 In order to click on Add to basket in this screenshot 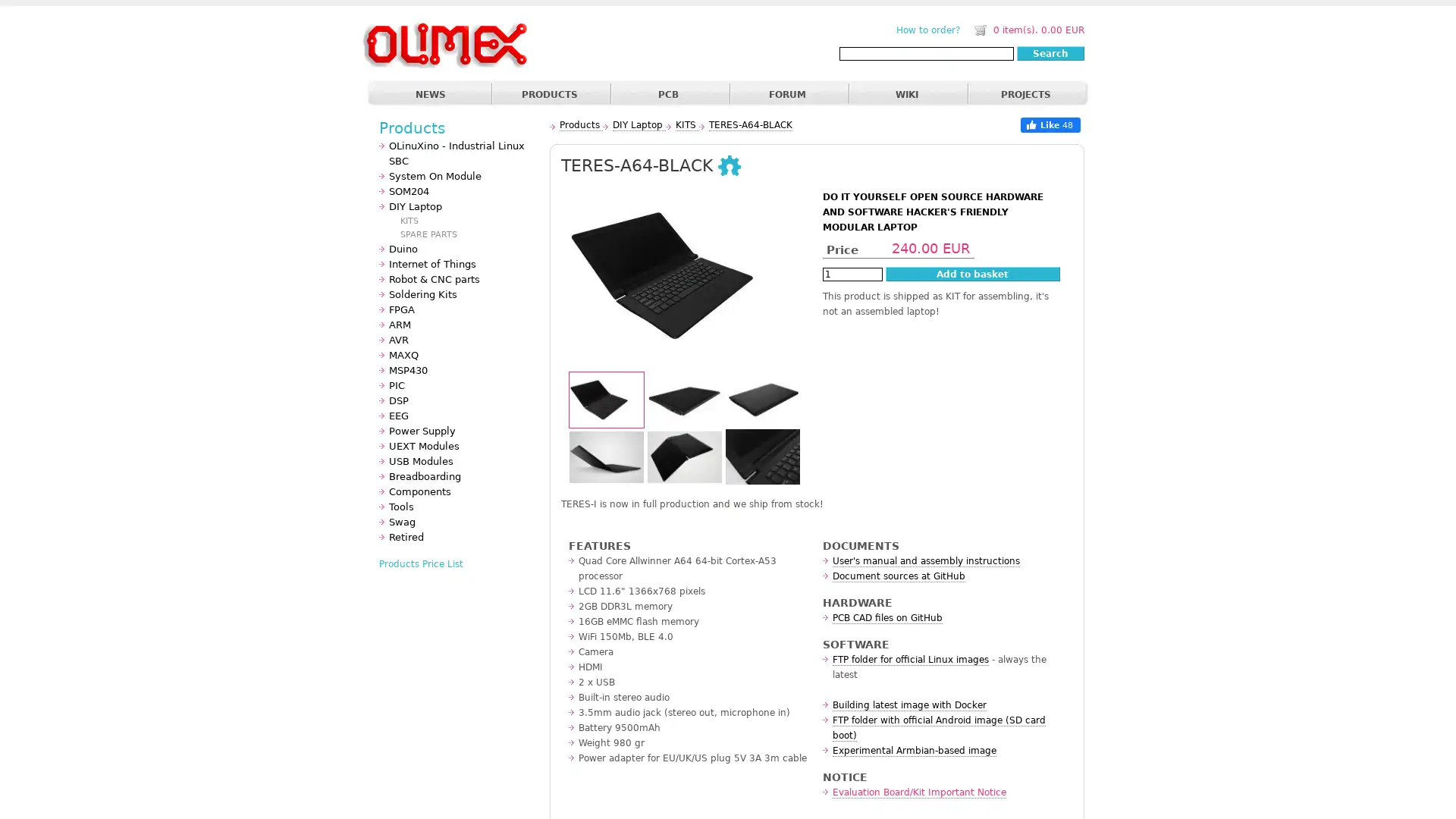, I will do `click(971, 274)`.